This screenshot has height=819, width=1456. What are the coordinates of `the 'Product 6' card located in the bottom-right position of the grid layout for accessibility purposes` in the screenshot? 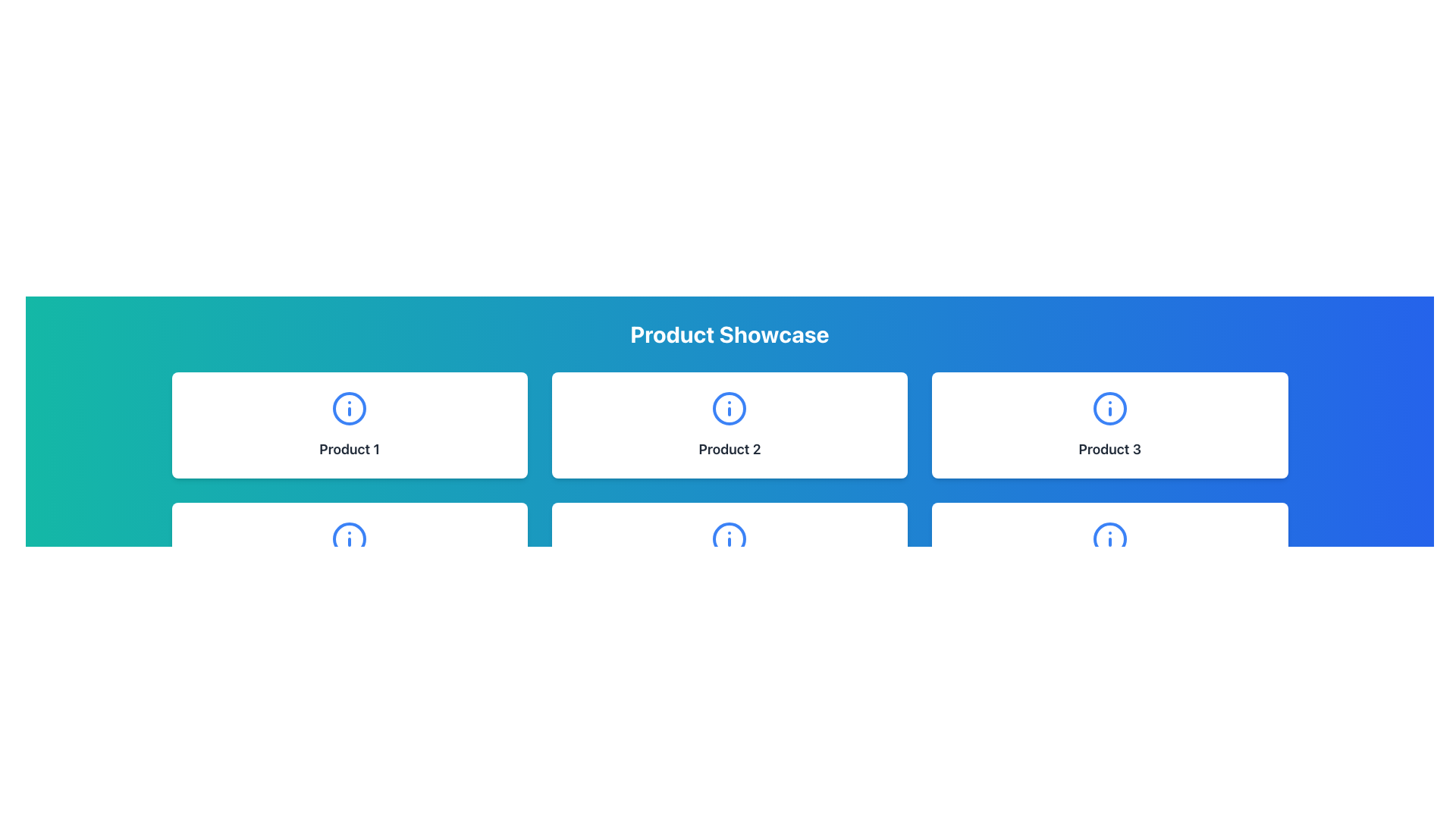 It's located at (1109, 555).